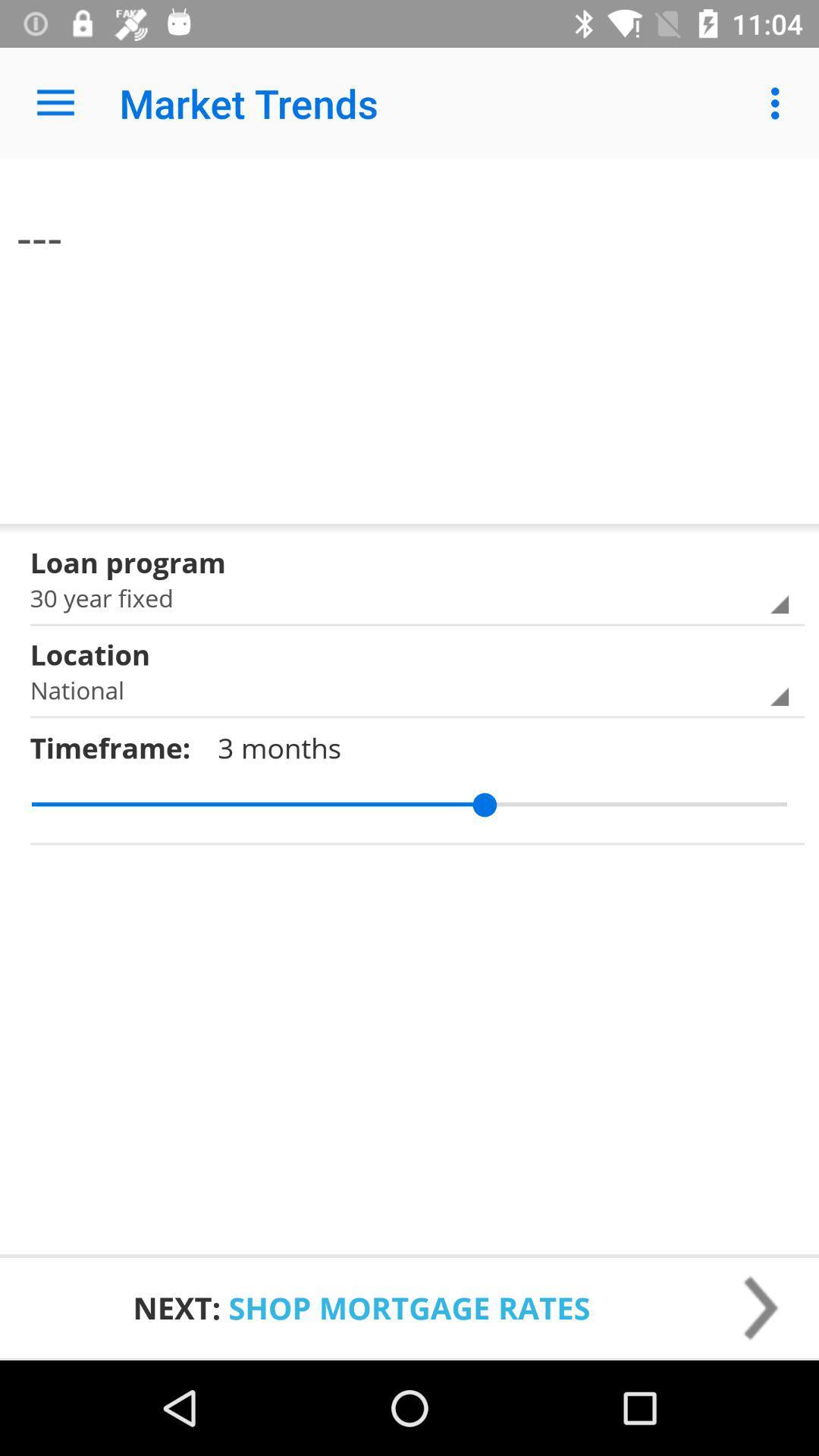 The width and height of the screenshot is (819, 1456). I want to click on app next to the market trends icon, so click(779, 102).